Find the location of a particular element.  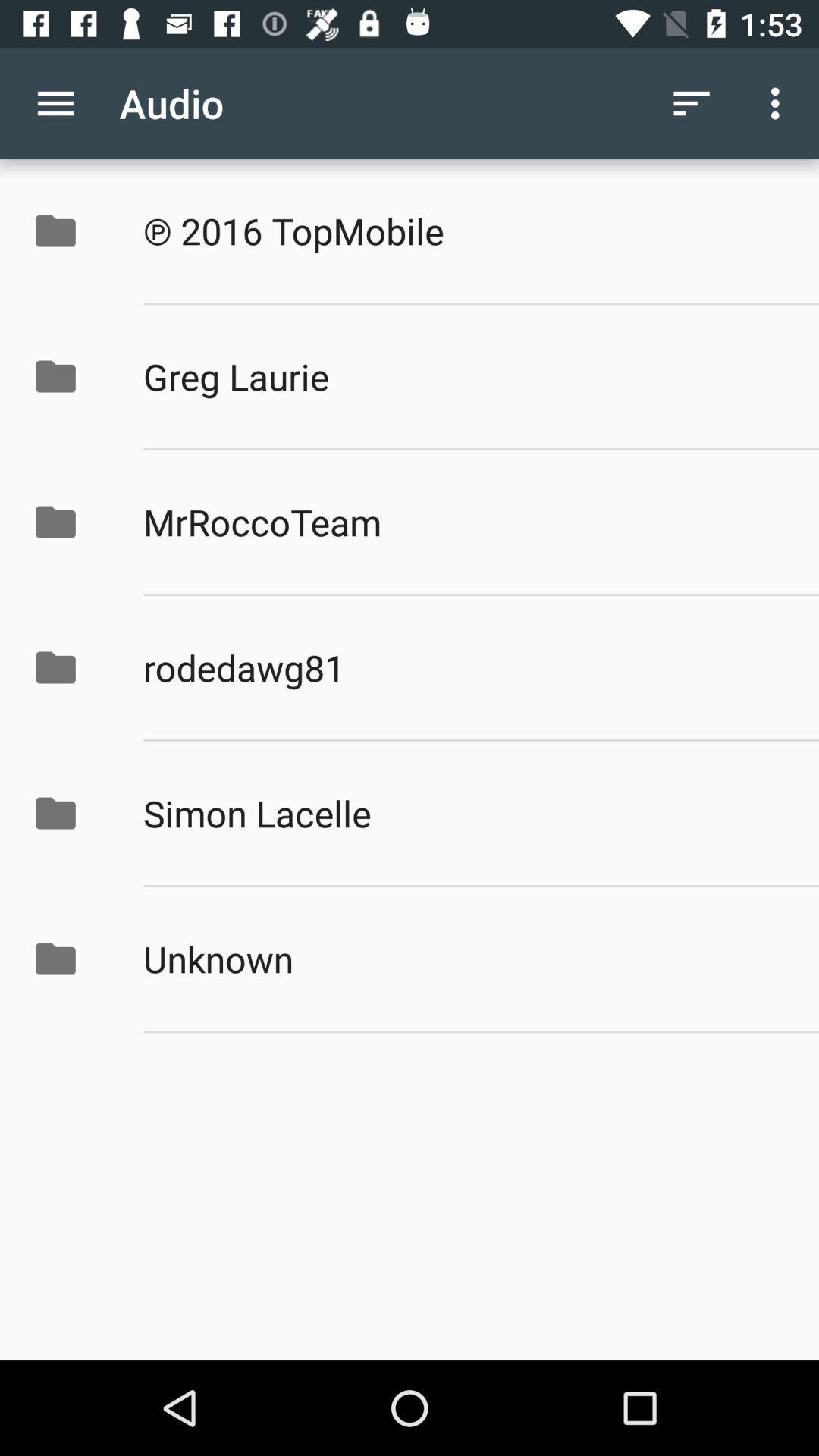

app to the right of audio icon is located at coordinates (691, 102).